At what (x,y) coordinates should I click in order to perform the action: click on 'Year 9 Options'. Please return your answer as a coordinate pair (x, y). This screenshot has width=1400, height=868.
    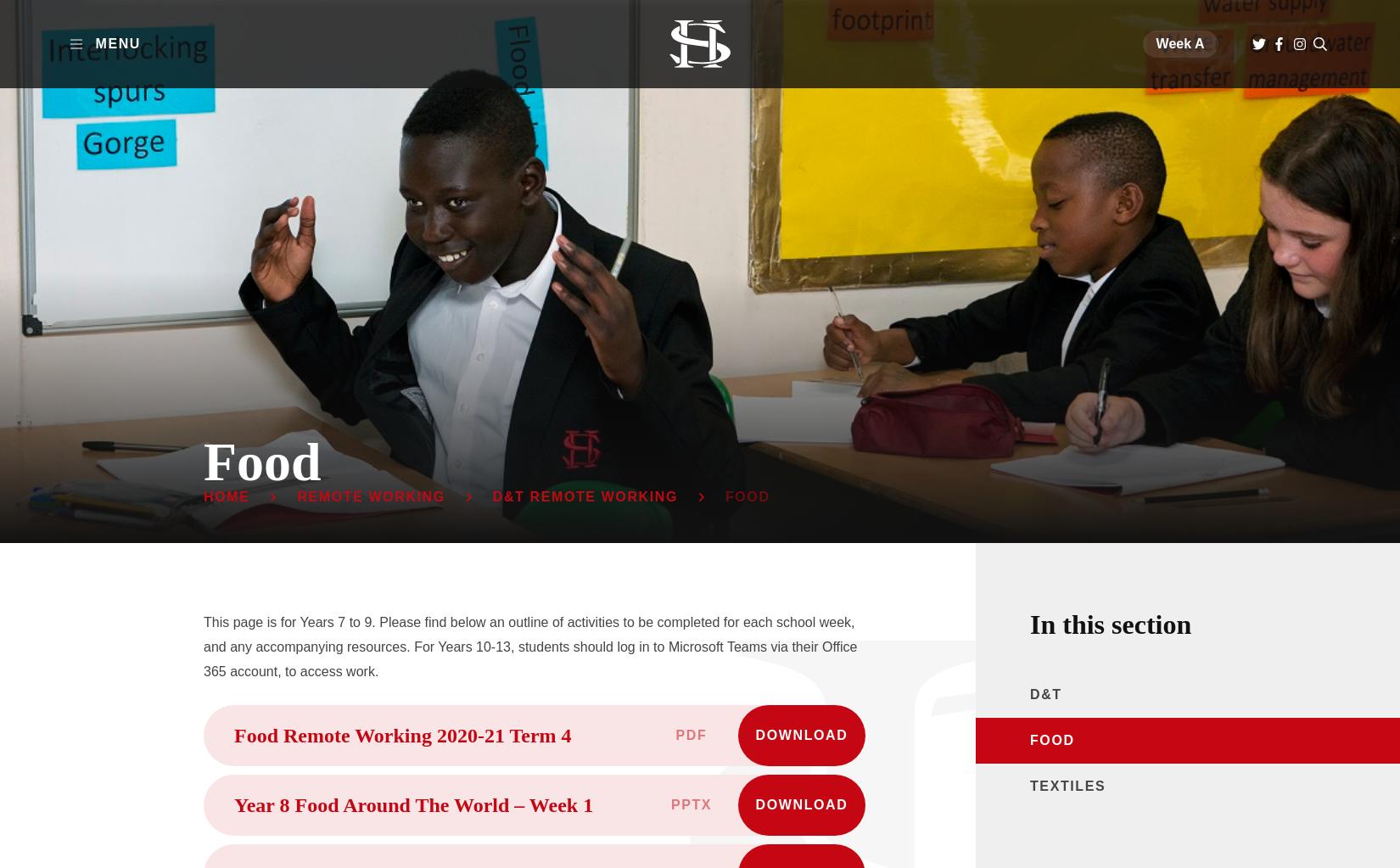
    Looking at the image, I should click on (681, 349).